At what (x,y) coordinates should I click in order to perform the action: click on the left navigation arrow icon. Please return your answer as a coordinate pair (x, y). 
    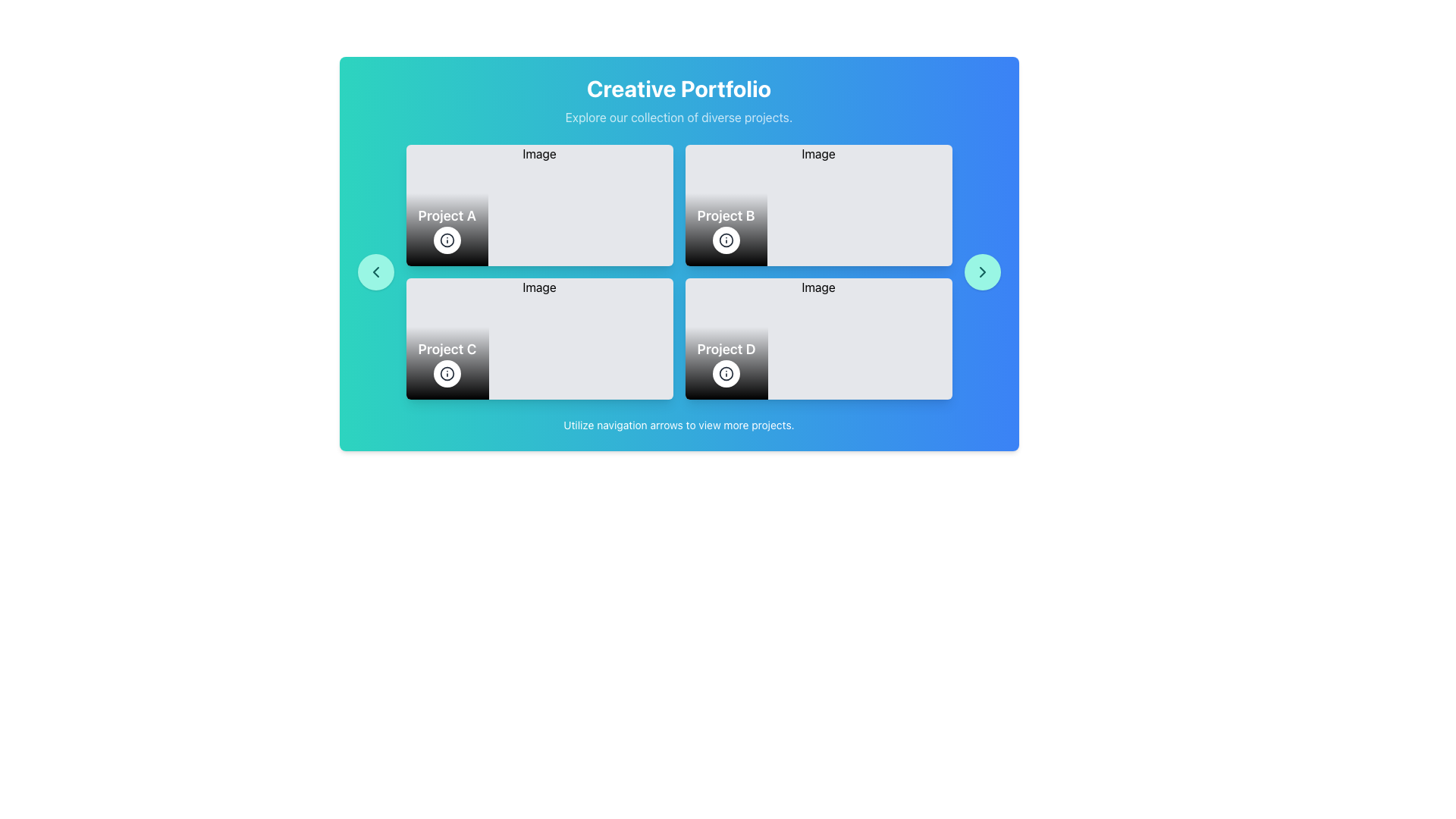
    Looking at the image, I should click on (375, 271).